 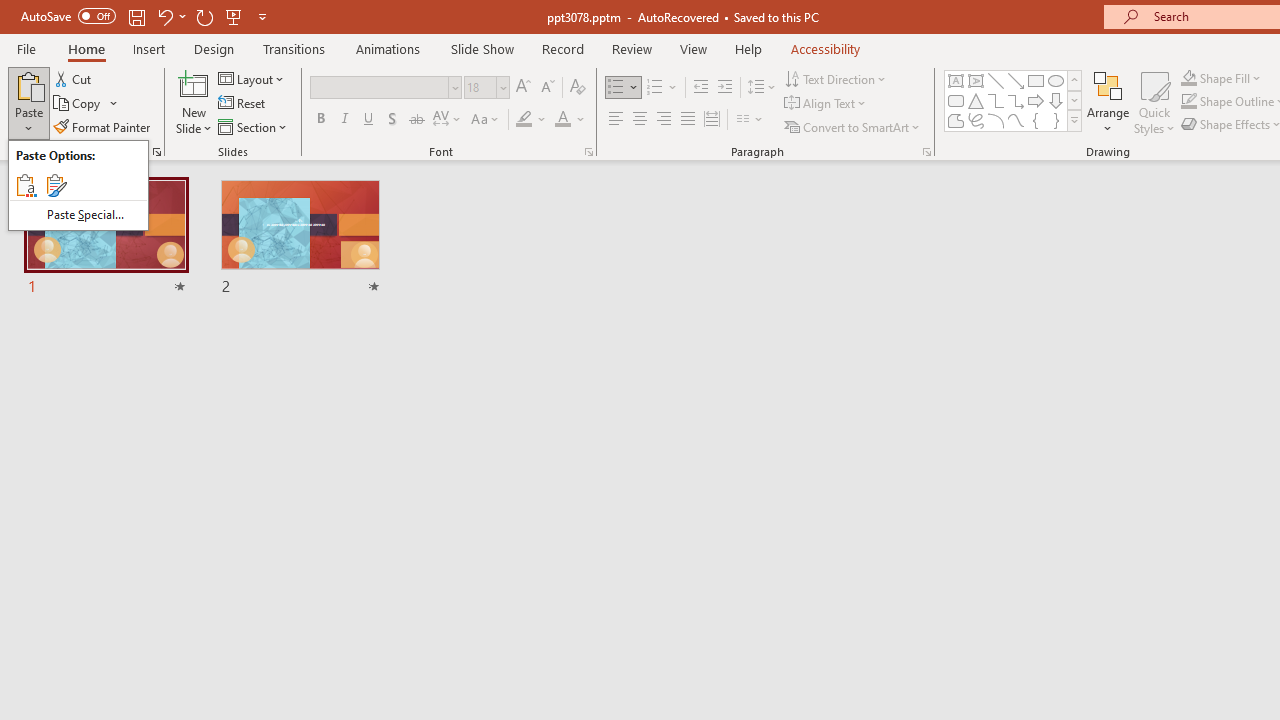 I want to click on 'Reset', so click(x=242, y=103).